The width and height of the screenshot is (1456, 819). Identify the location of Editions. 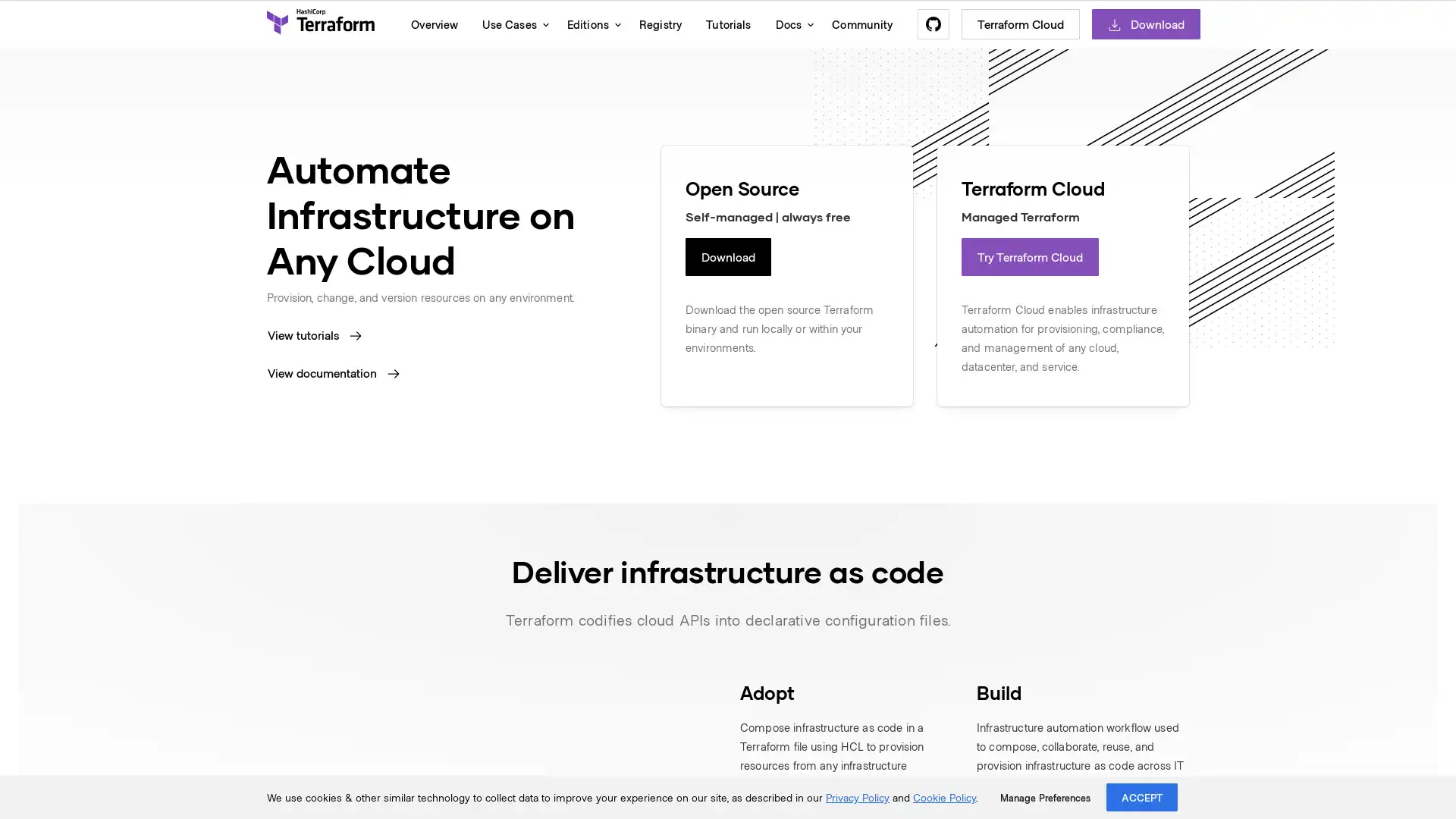
(589, 24).